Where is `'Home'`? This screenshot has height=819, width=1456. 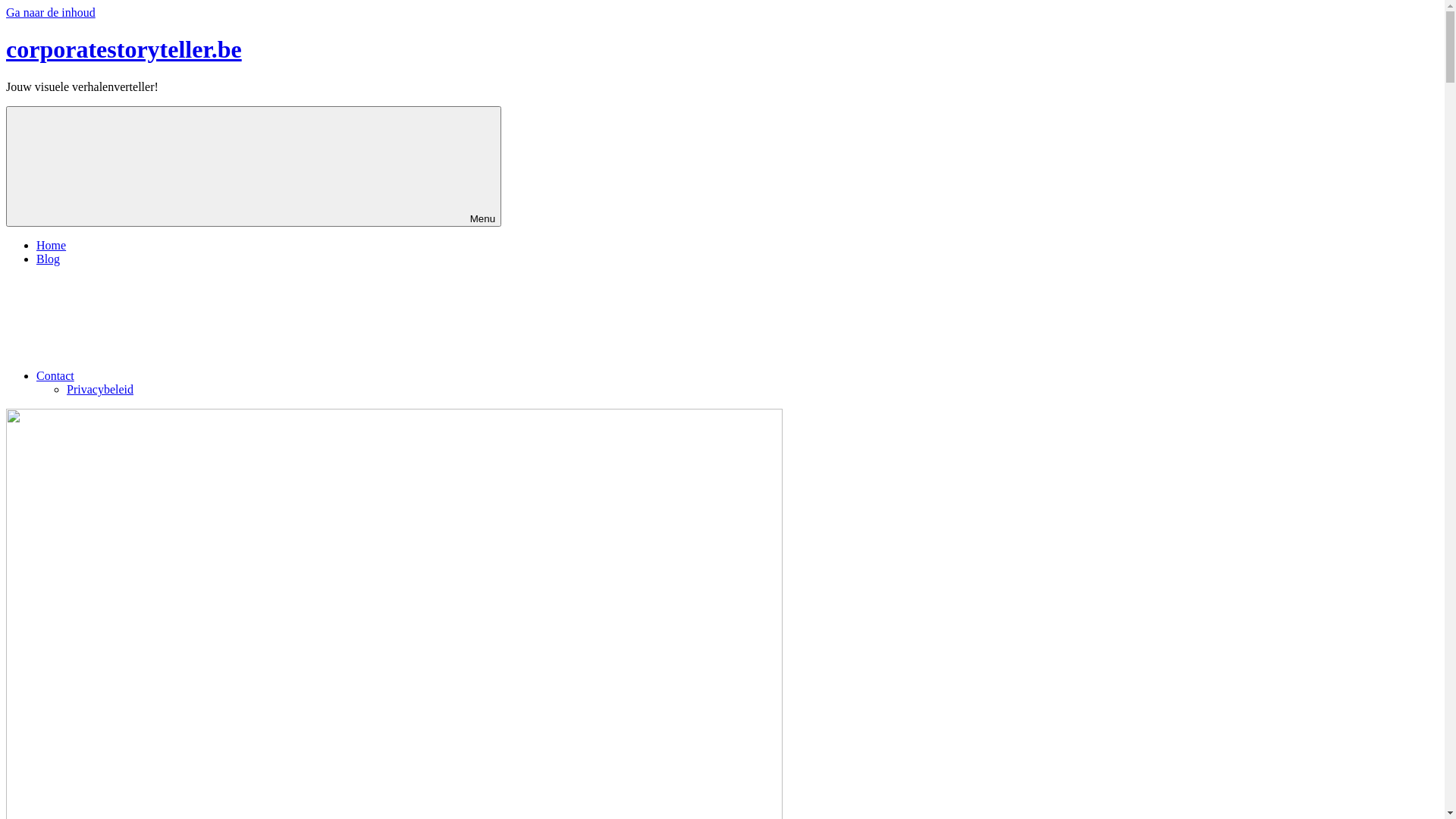 'Home' is located at coordinates (36, 244).